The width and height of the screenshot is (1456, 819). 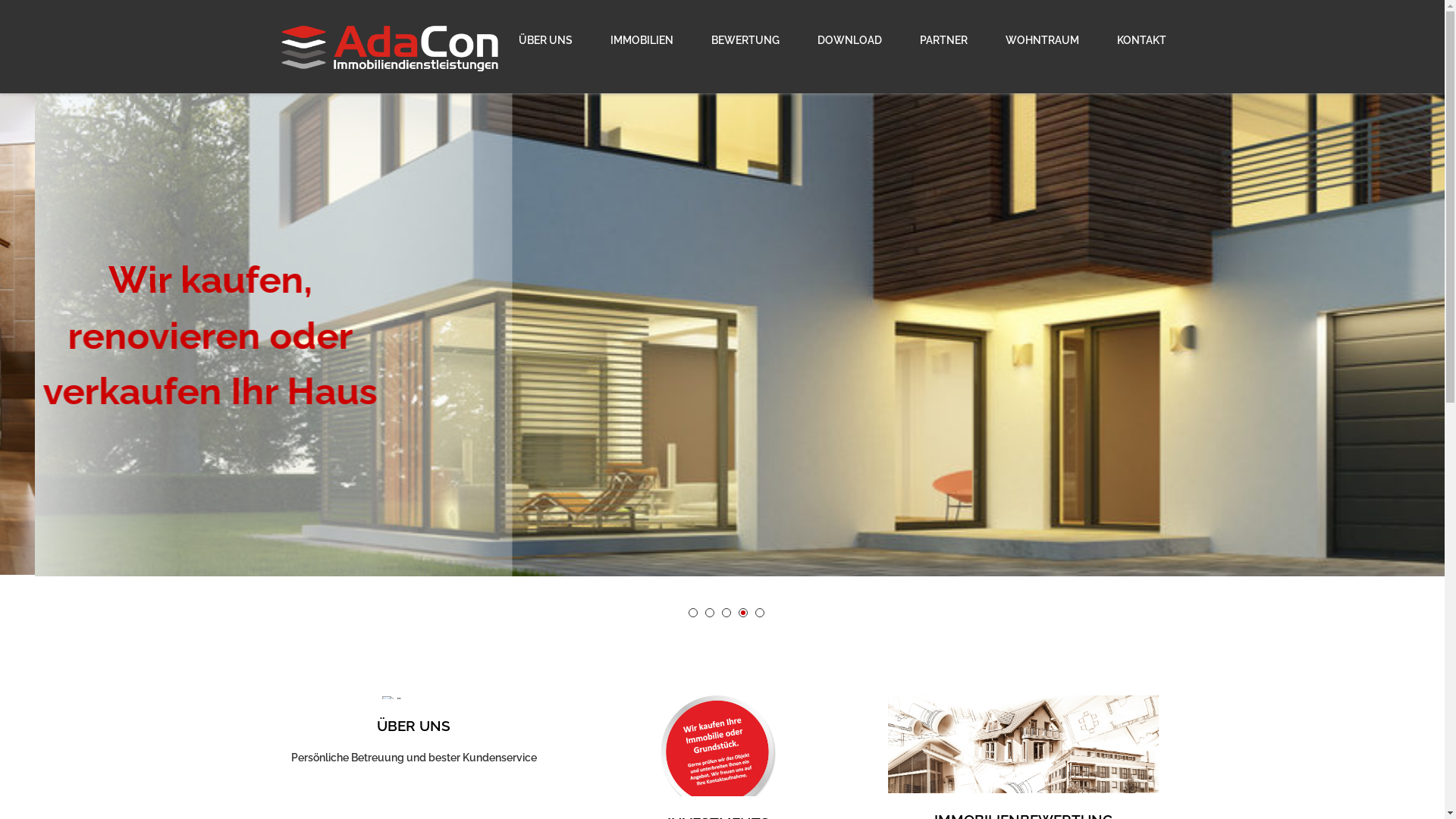 What do you see at coordinates (692, 611) in the screenshot?
I see `'1'` at bounding box center [692, 611].